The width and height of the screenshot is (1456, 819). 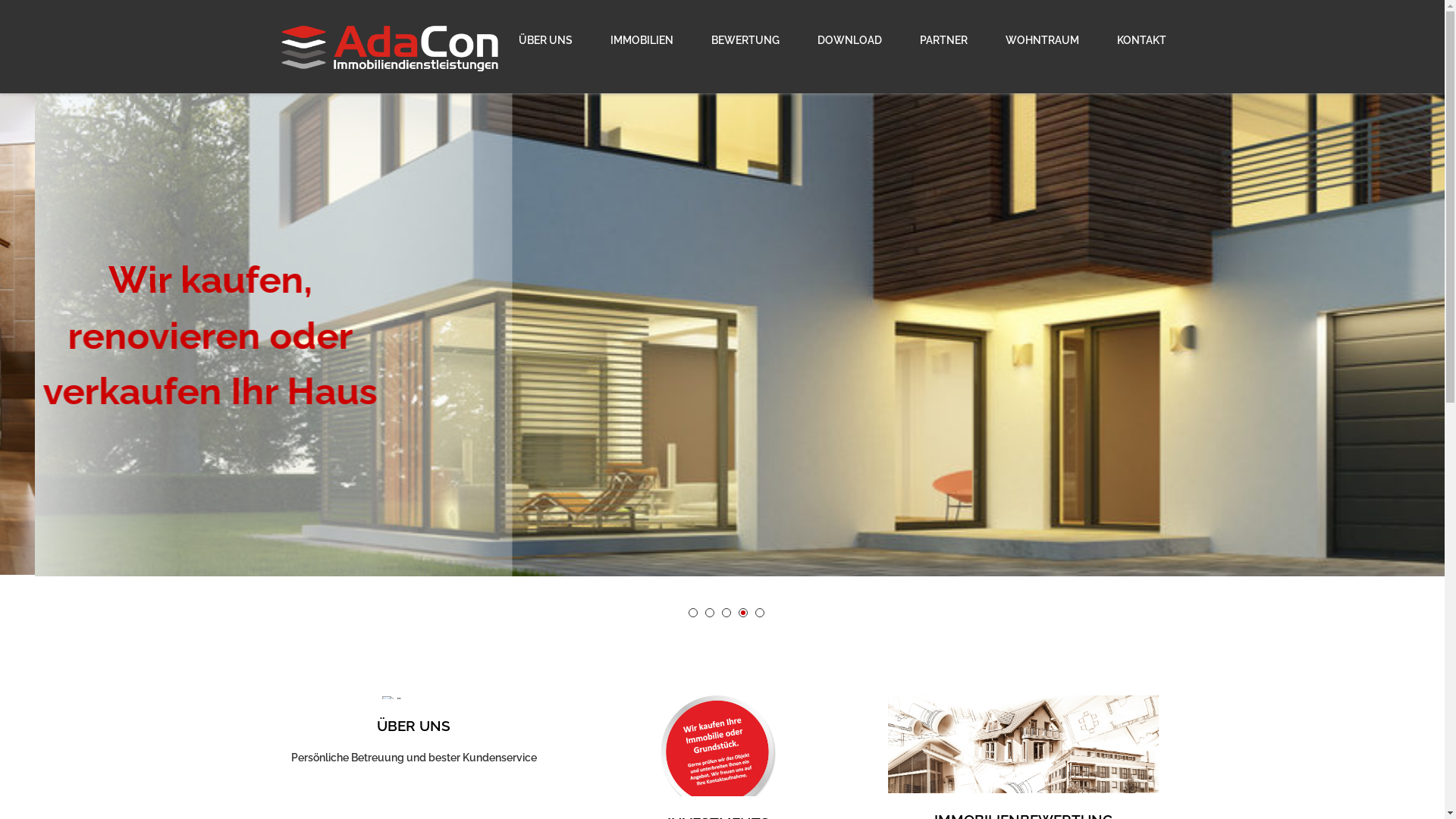 What do you see at coordinates (692, 611) in the screenshot?
I see `'1'` at bounding box center [692, 611].